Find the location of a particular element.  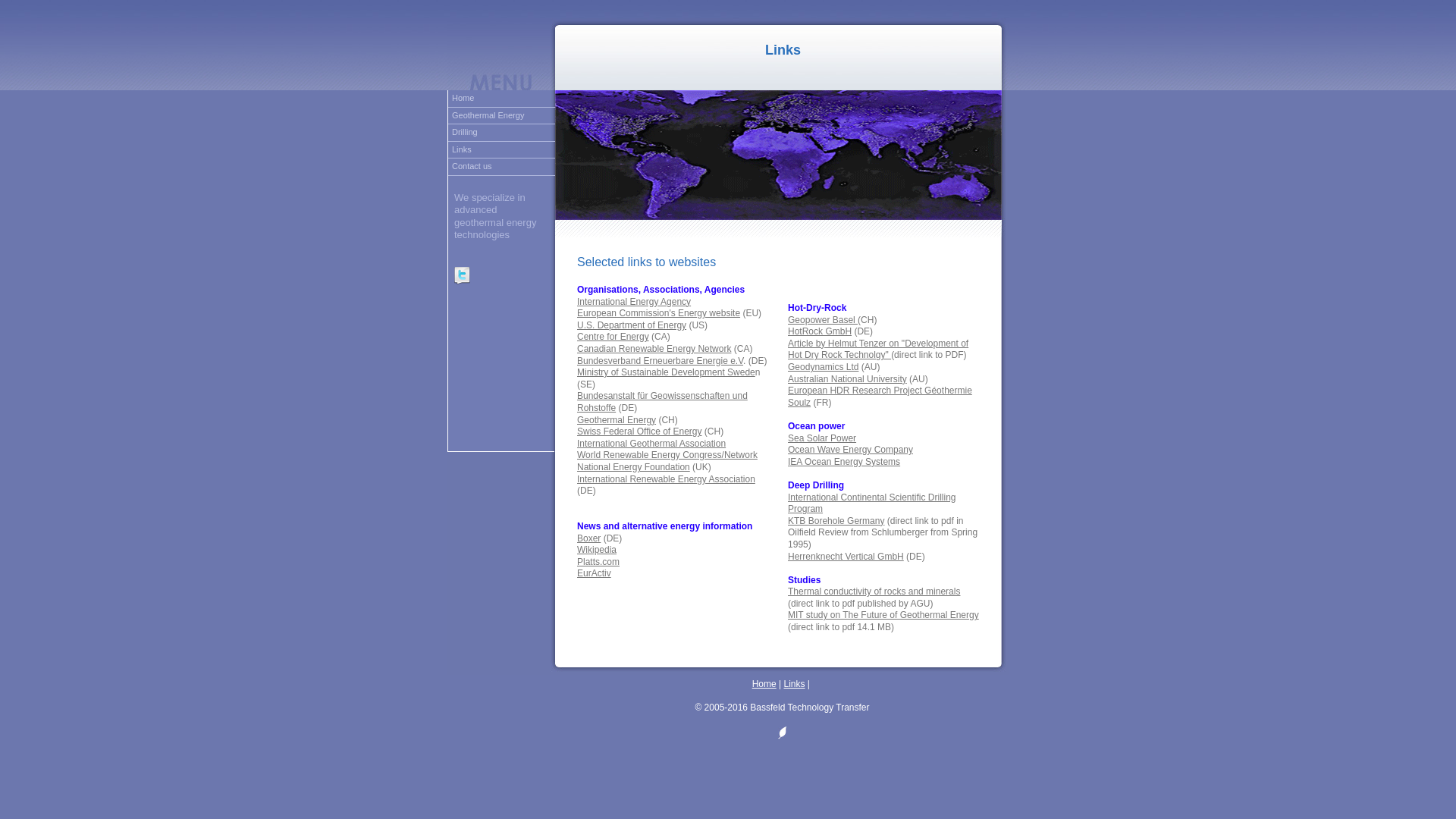

'MIT study on The Future of Geothermal Energy' is located at coordinates (883, 614).